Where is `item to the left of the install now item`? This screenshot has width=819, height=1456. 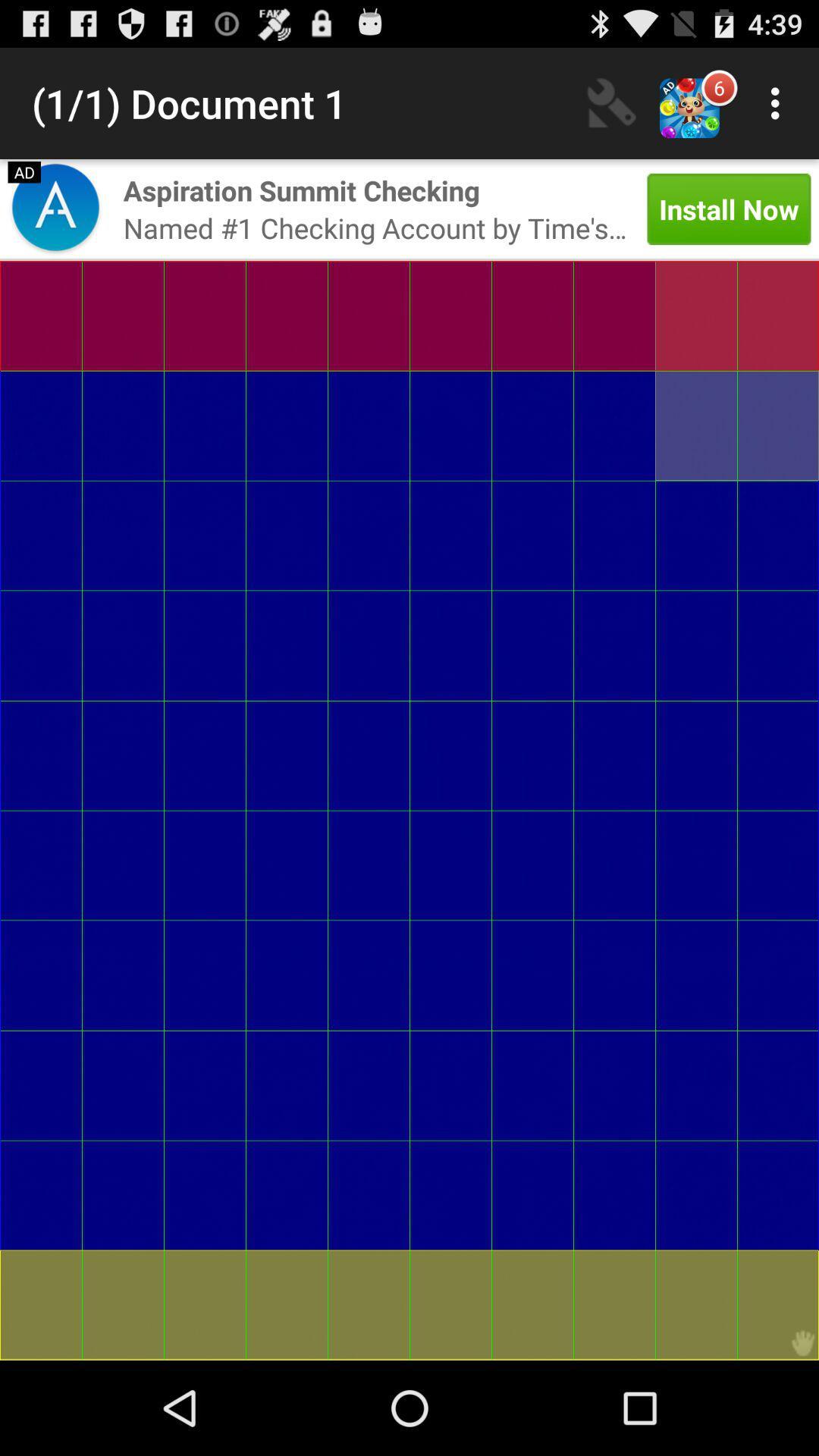
item to the left of the install now item is located at coordinates (375, 227).